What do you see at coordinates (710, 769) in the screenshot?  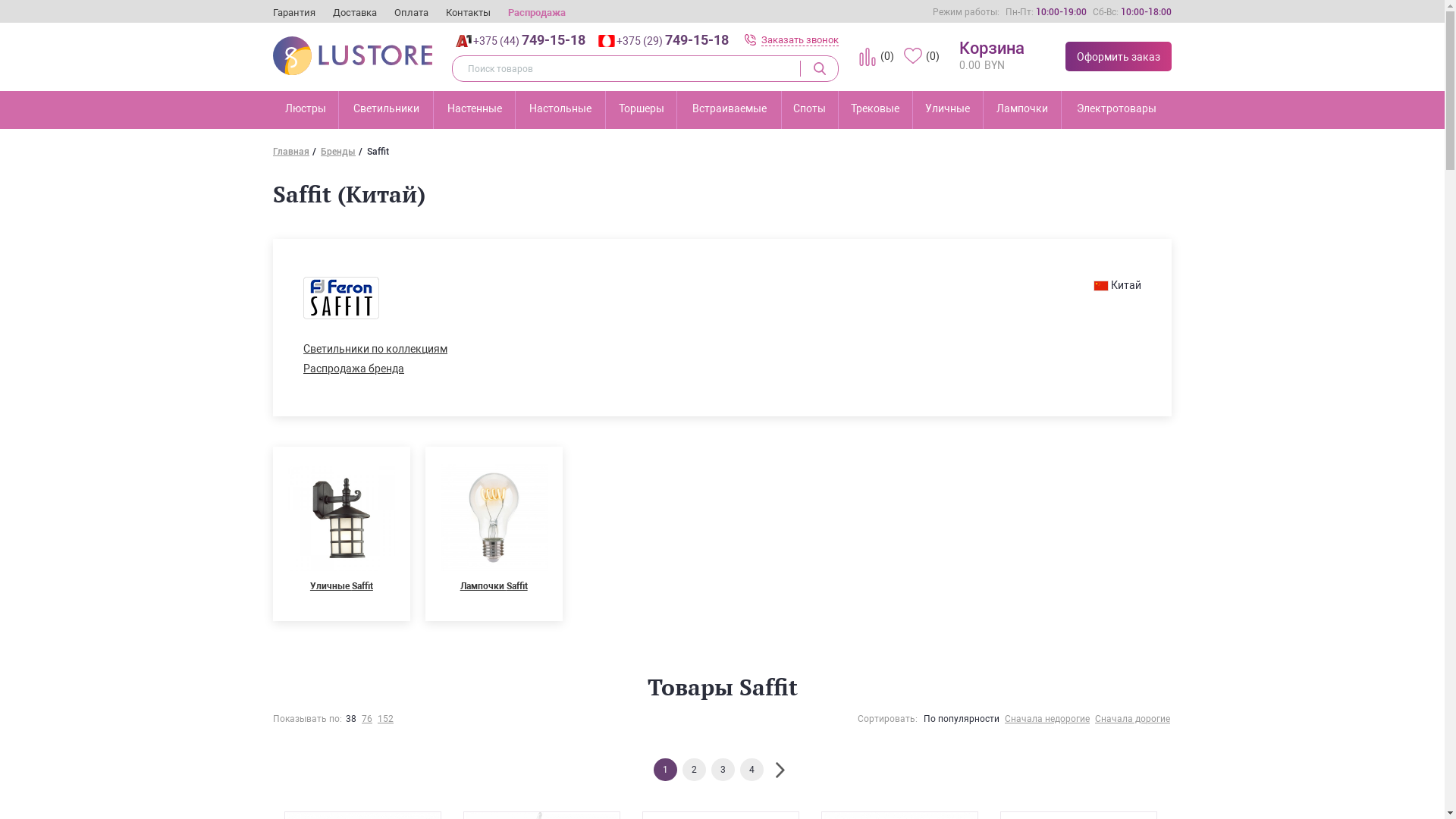 I see `'3'` at bounding box center [710, 769].